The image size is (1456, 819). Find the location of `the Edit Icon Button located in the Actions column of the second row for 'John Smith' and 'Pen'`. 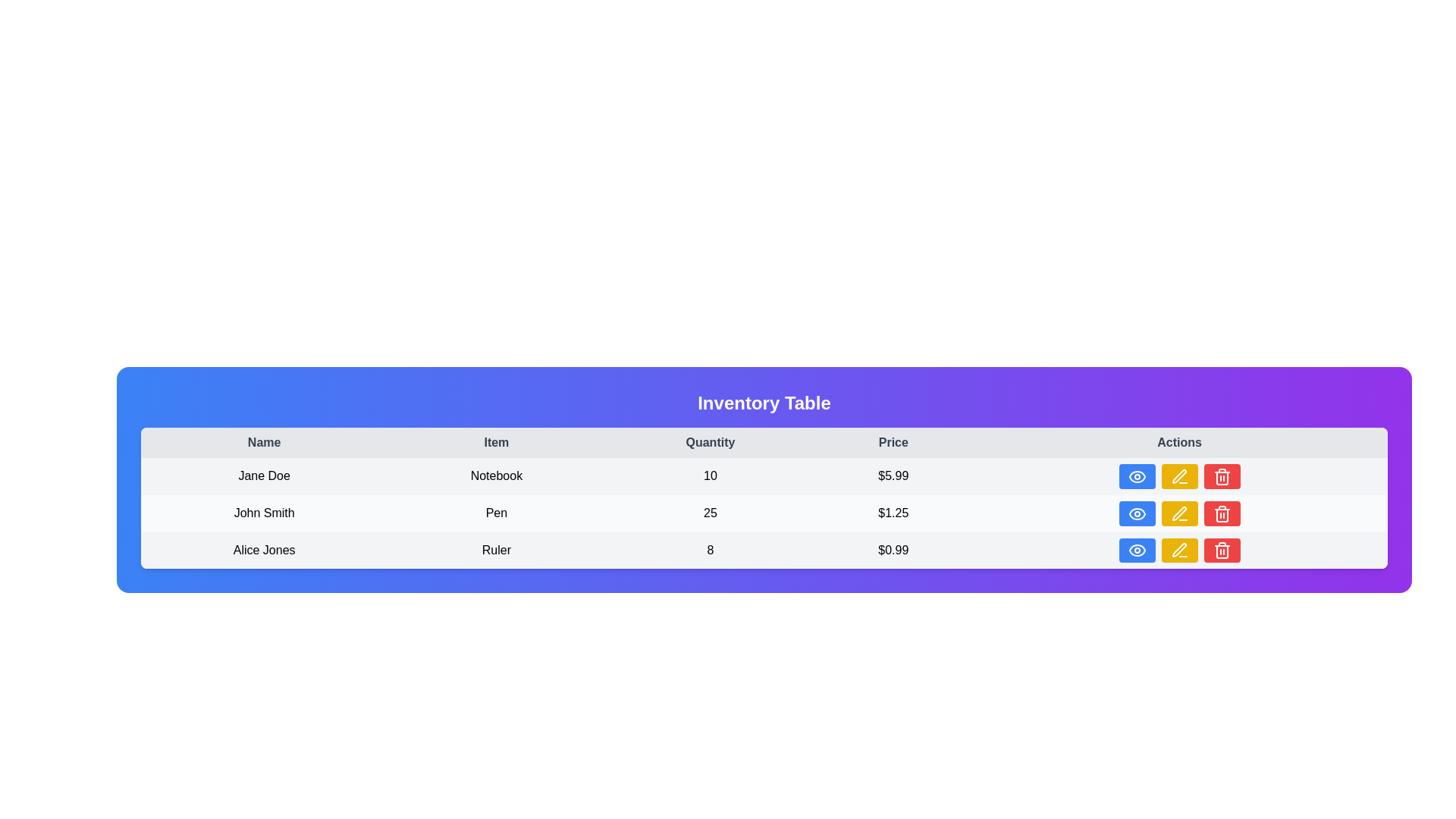

the Edit Icon Button located in the Actions column of the second row for 'John Smith' and 'Pen' is located at coordinates (1178, 513).